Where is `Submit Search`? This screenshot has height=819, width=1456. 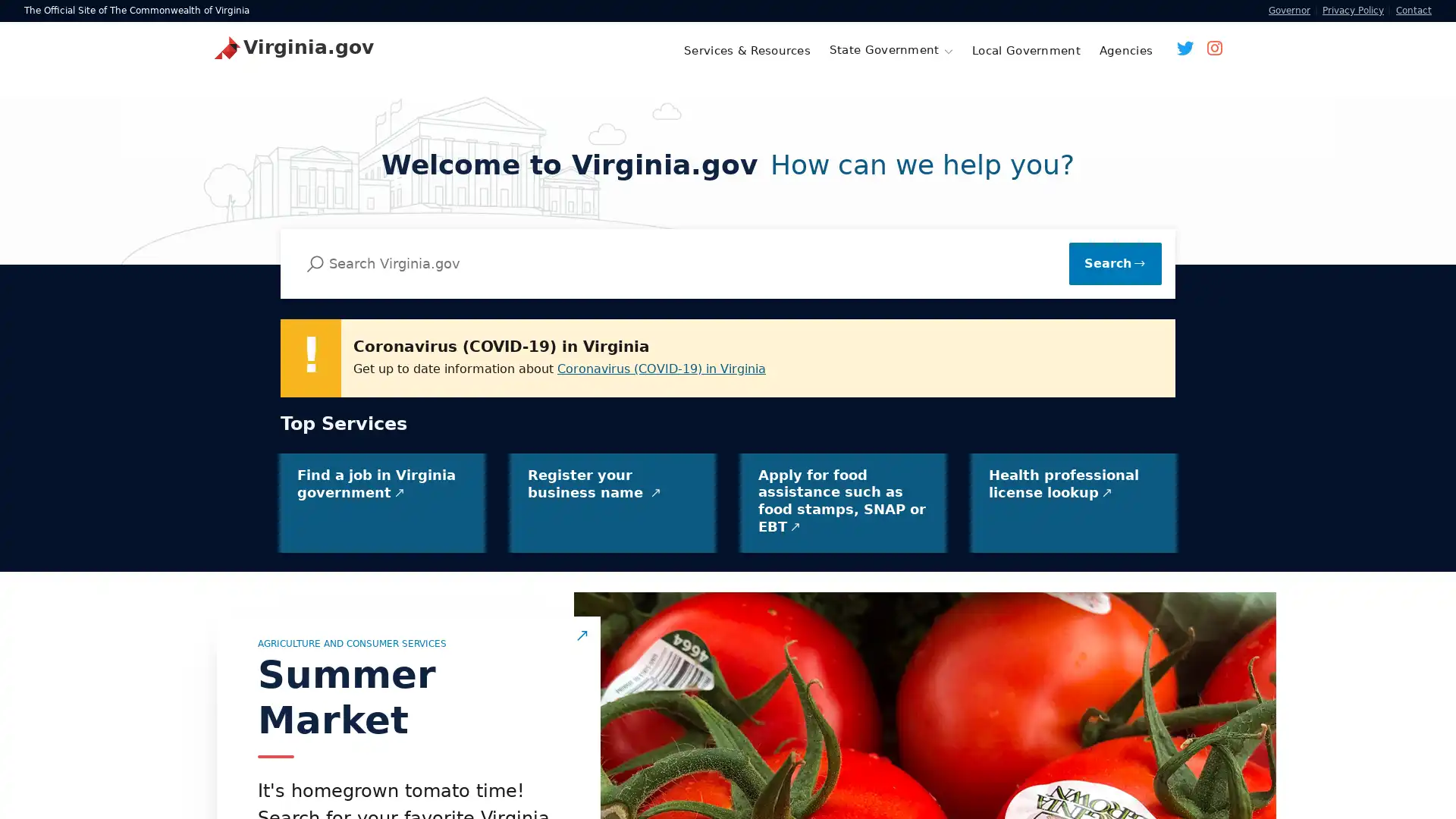 Submit Search is located at coordinates (1115, 262).